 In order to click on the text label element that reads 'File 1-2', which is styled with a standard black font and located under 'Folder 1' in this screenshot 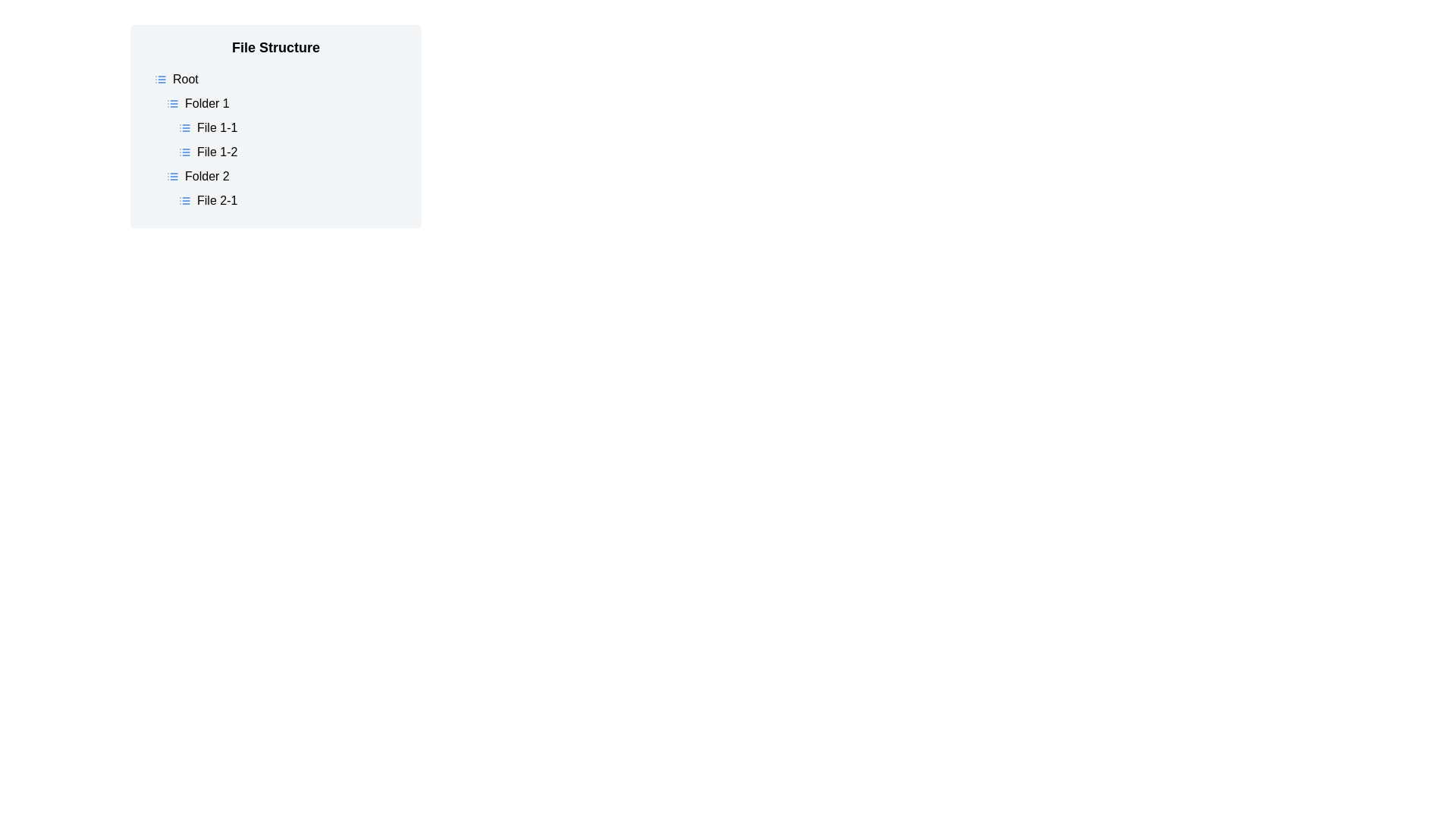, I will do `click(216, 152)`.